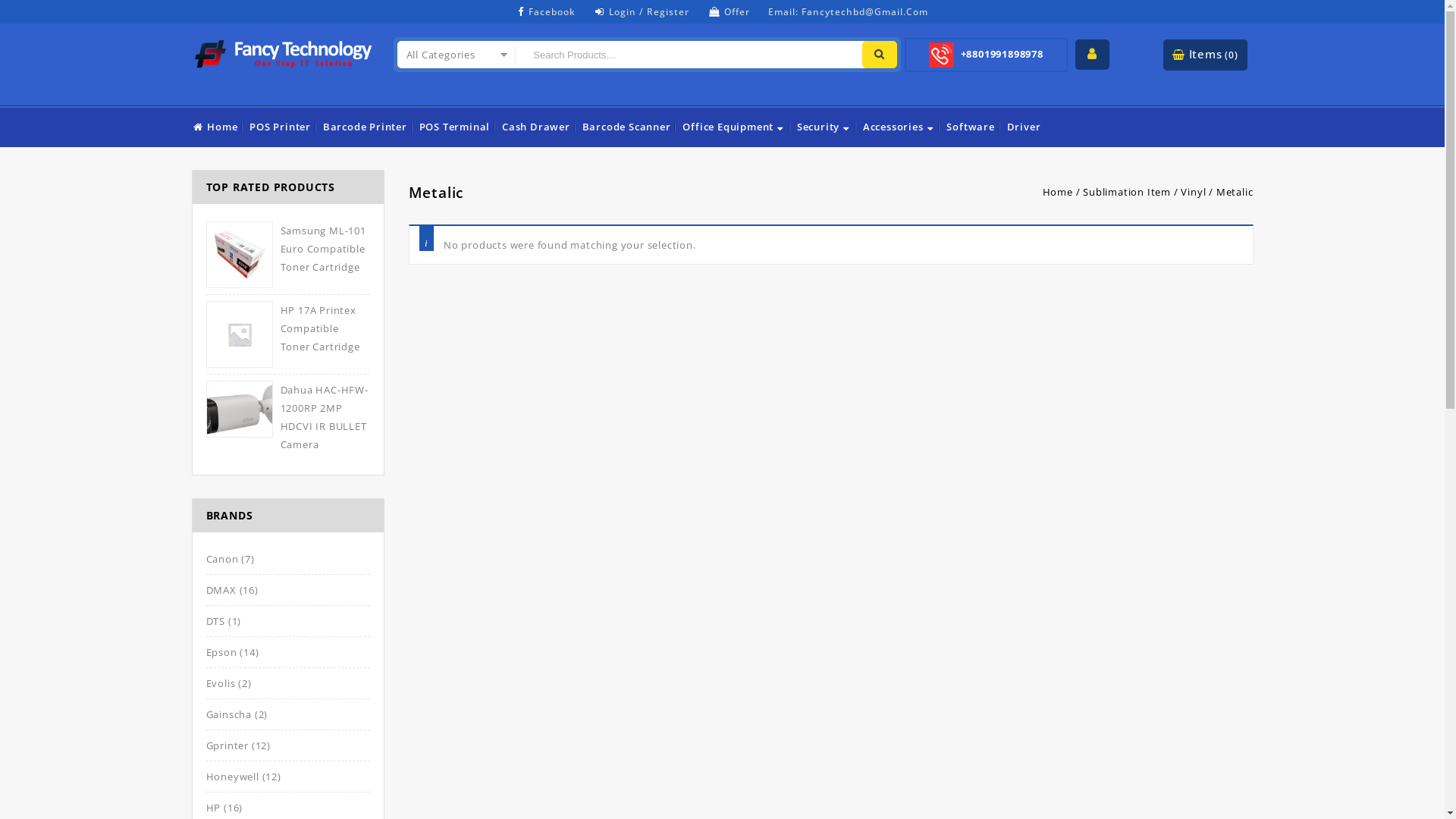 The height and width of the screenshot is (819, 1456). I want to click on 'Search', so click(880, 54).